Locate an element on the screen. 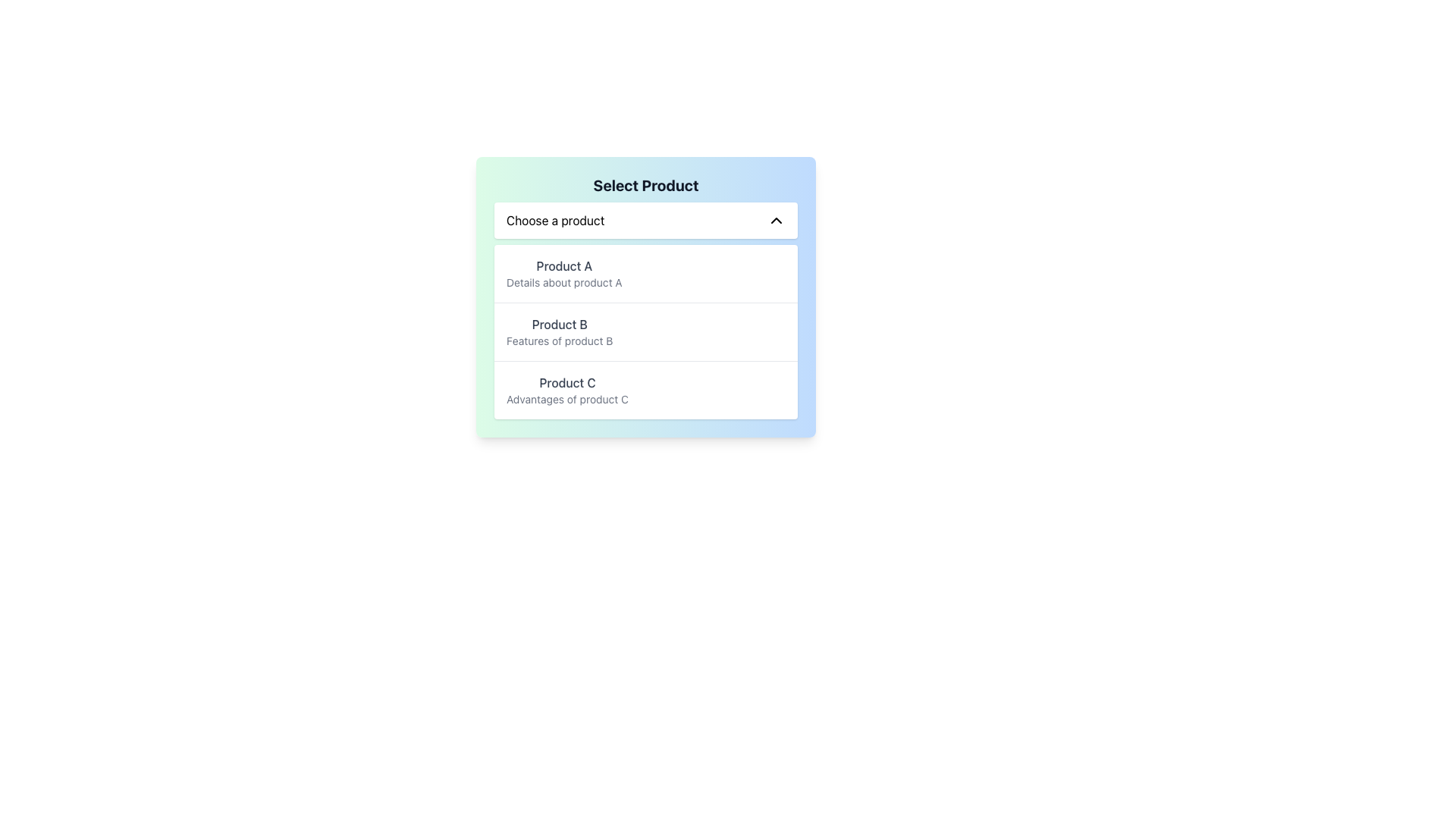  the Text Display Block that shows 'Product B' and its description 'Features of product B', which is the second item in a vertical list of products within a dropdown selection is located at coordinates (559, 331).